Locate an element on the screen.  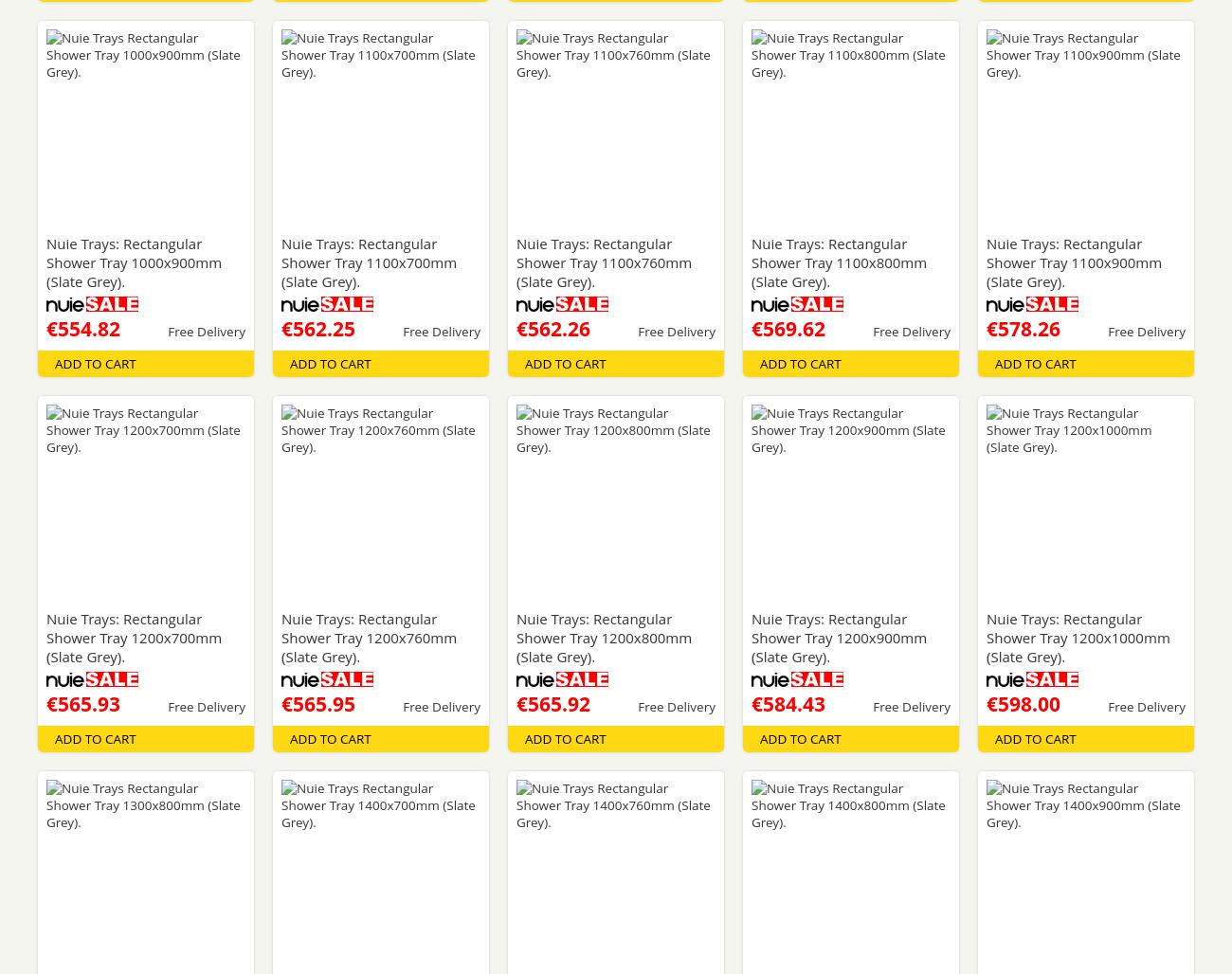
'Nuie Trays: Rectangular Shower Tray 1100x700mm (Slate Grey).' is located at coordinates (369, 262).